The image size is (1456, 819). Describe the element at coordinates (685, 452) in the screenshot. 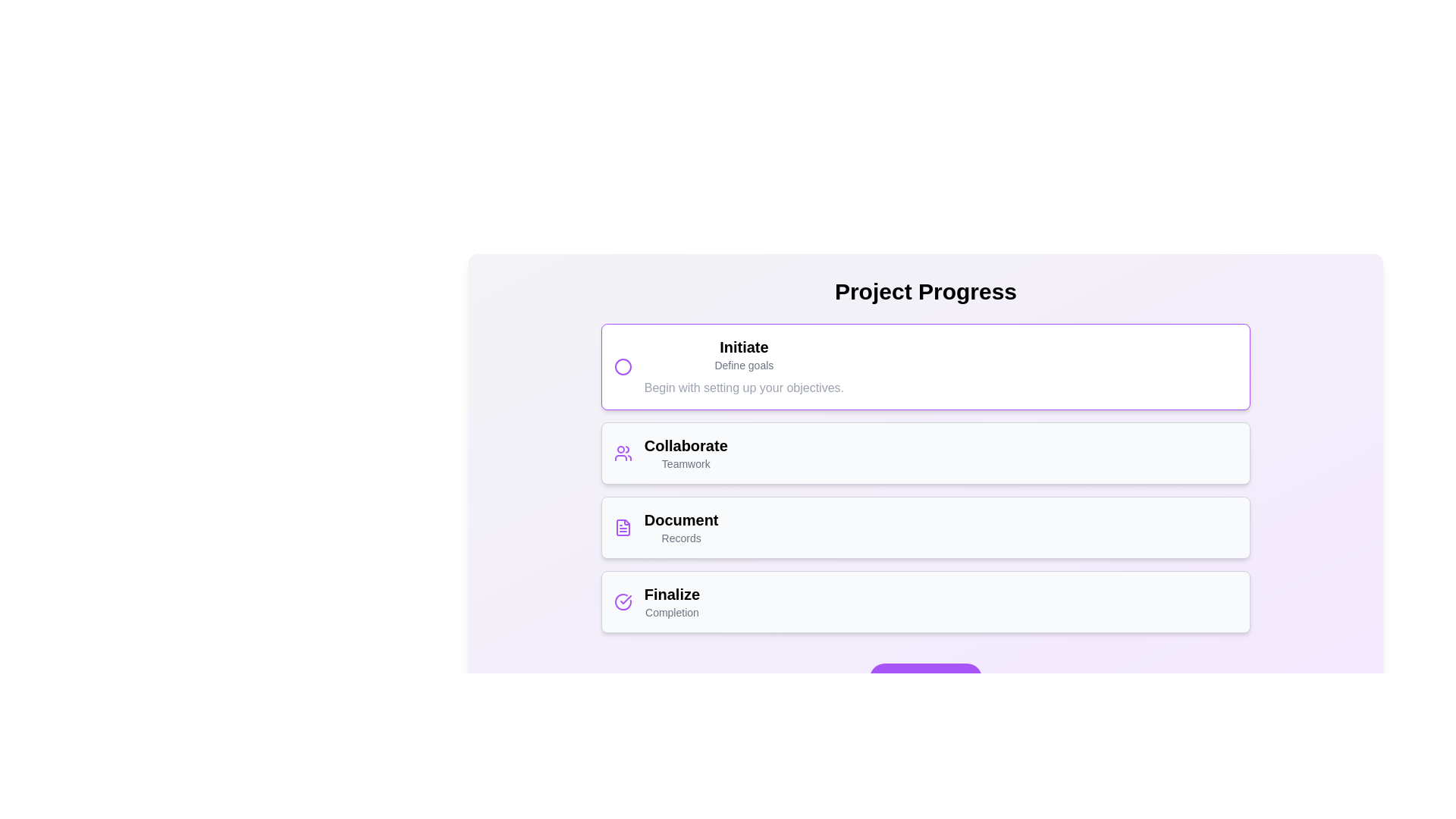

I see `text of the 'Collaborate' step label, which is the second card in a vertical list of tasks, positioned between the 'Initiate' and 'Document' cards` at that location.